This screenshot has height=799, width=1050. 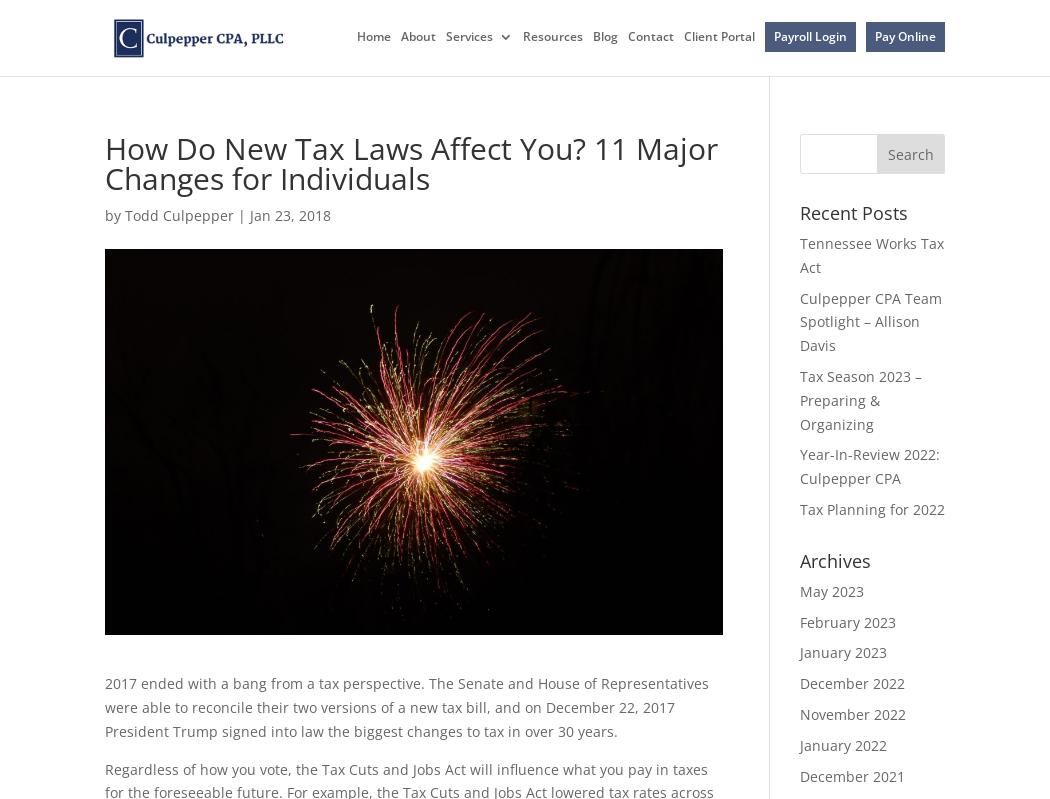 I want to click on 'Services for Individuals', so click(x=563, y=115).